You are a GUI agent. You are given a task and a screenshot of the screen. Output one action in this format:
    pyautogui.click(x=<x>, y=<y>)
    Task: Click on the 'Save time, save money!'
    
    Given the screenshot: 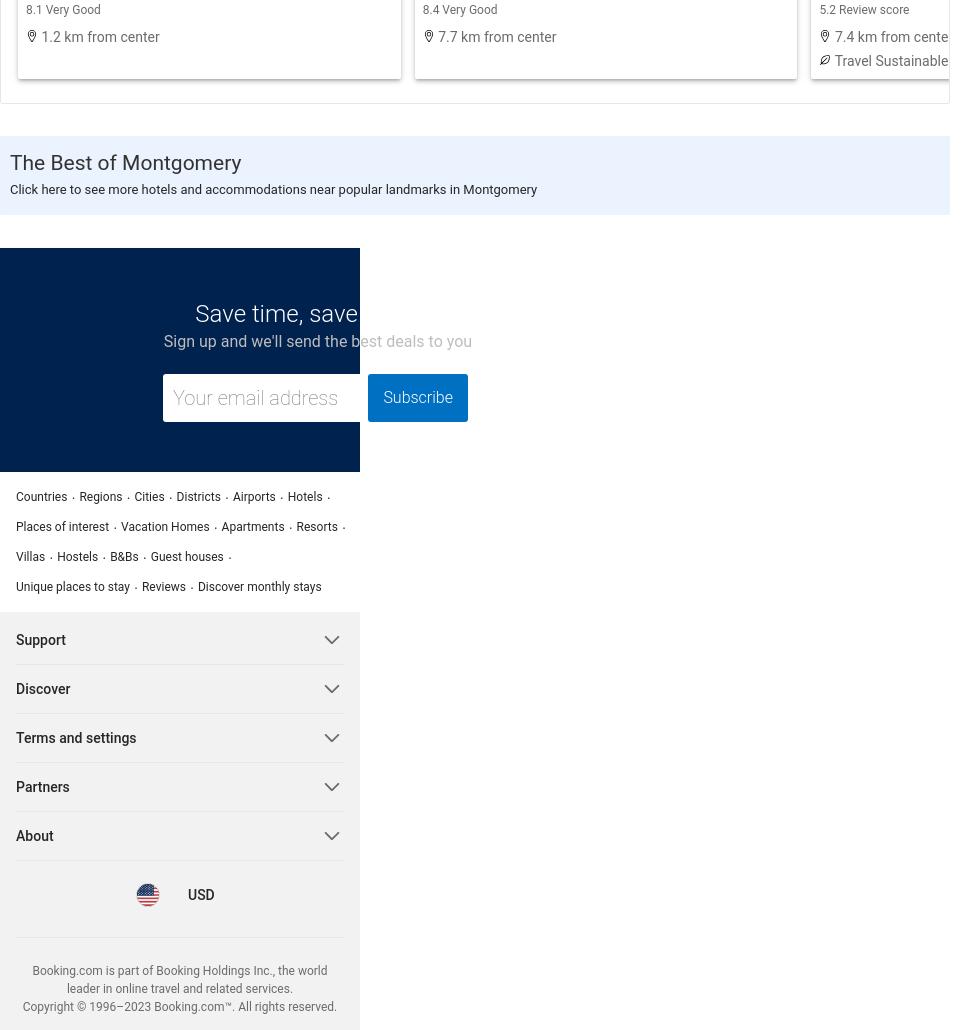 What is the action you would take?
    pyautogui.click(x=194, y=312)
    